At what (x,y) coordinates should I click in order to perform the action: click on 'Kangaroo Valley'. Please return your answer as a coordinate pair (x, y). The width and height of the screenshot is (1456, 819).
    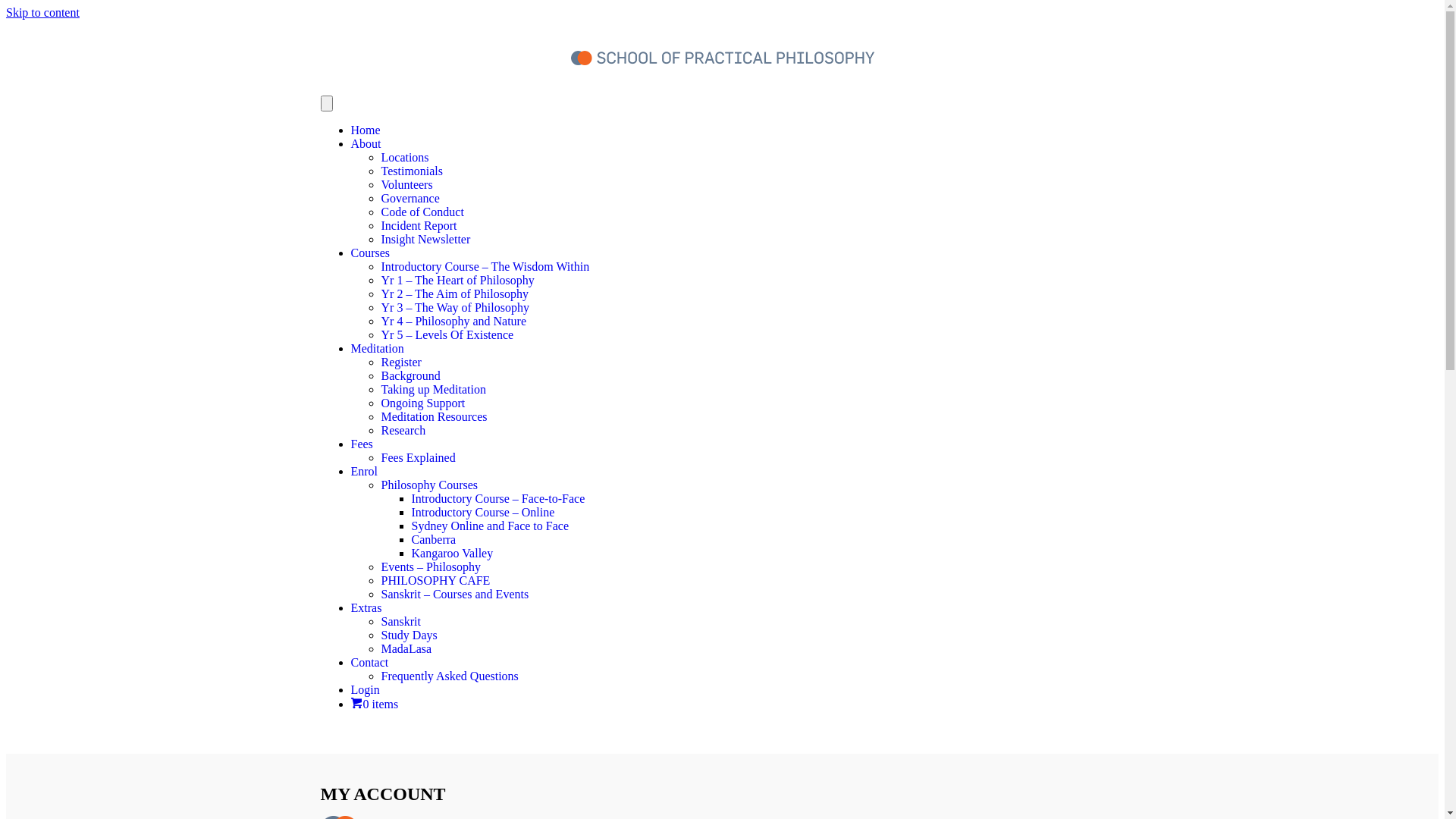
    Looking at the image, I should click on (450, 553).